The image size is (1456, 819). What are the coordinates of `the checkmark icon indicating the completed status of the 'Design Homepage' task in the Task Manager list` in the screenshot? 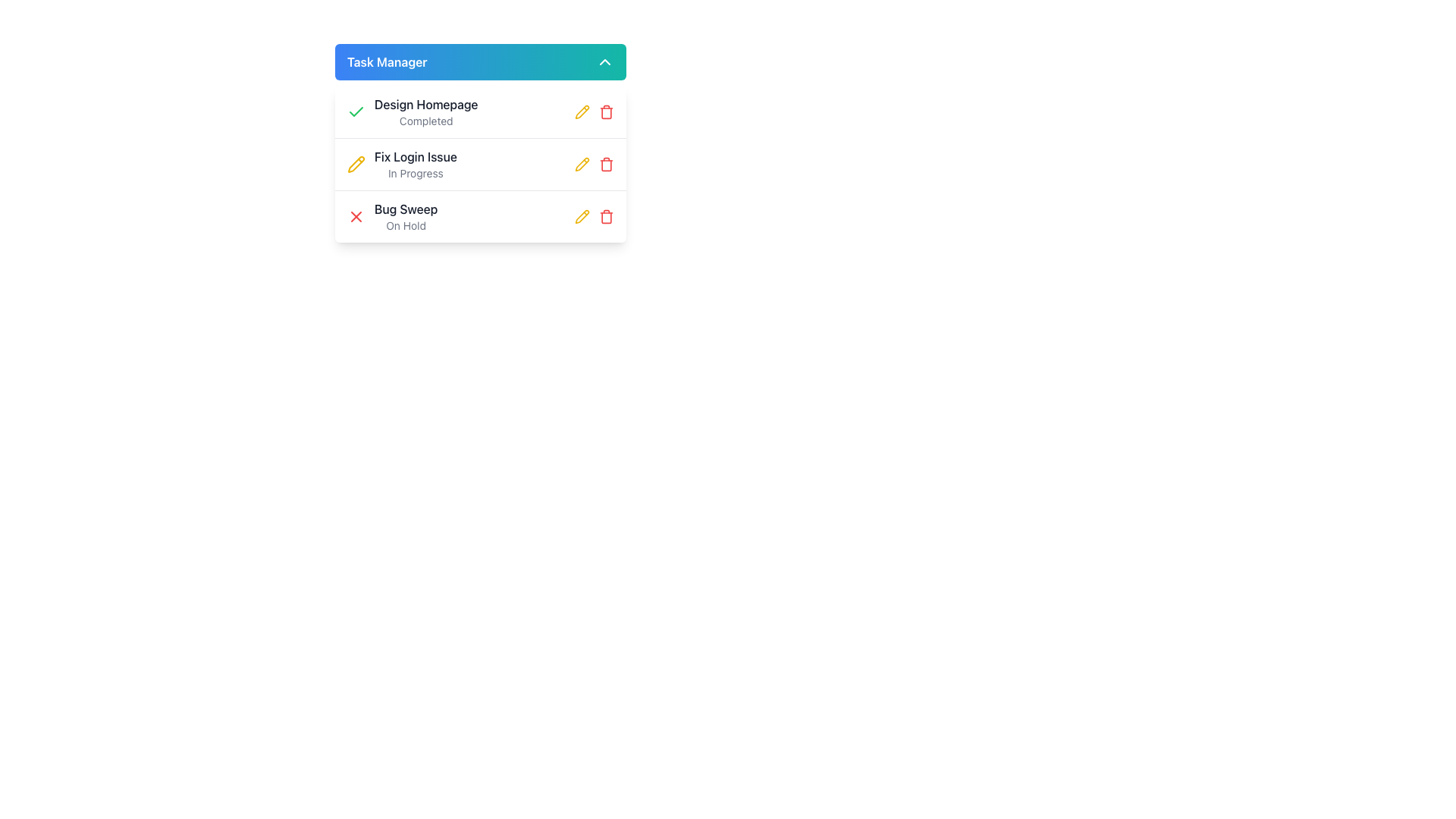 It's located at (356, 111).